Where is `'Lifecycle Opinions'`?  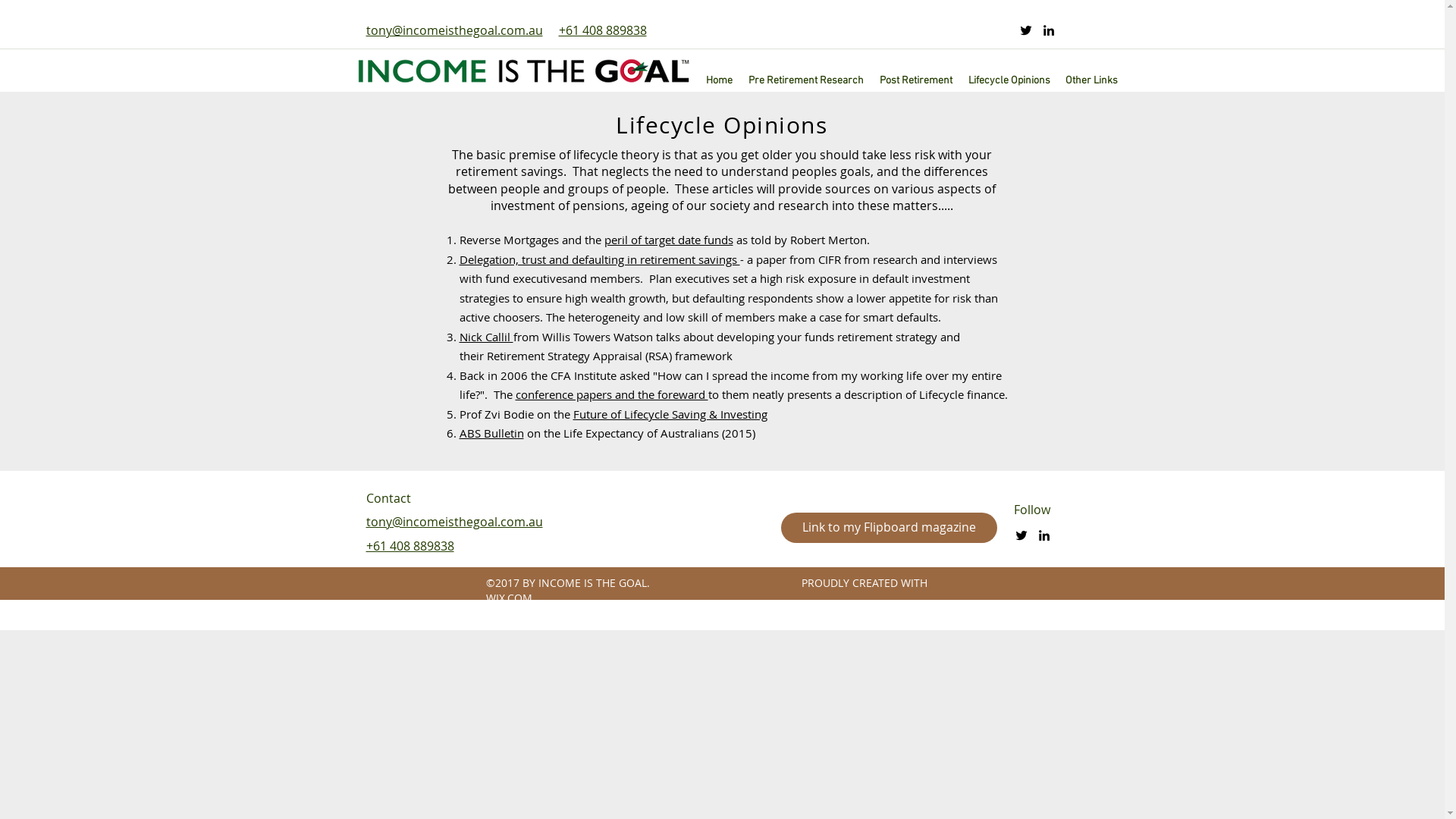
'Lifecycle Opinions' is located at coordinates (1009, 80).